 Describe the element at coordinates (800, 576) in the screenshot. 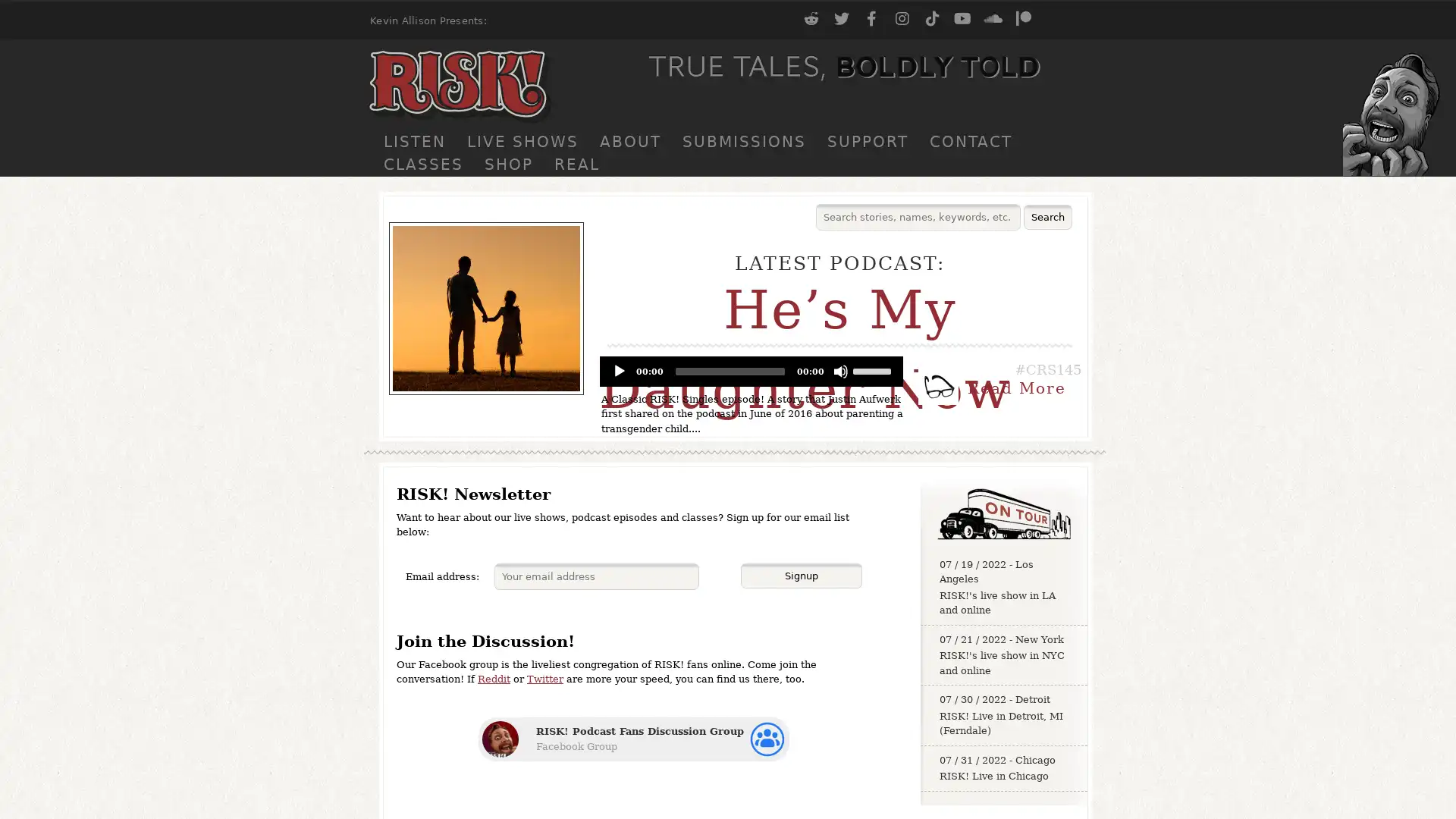

I see `Signup` at that location.